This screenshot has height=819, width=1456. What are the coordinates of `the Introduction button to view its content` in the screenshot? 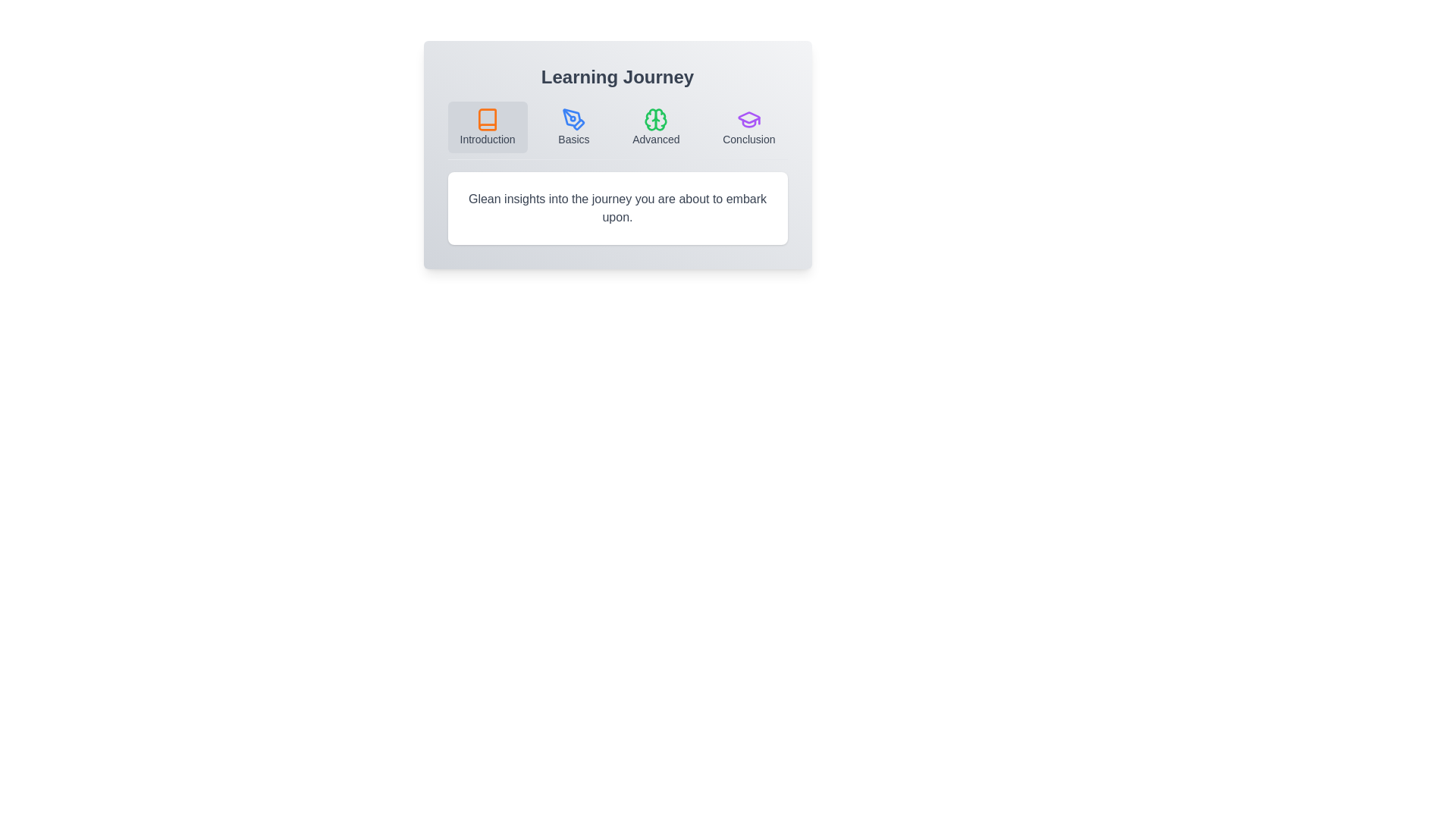 It's located at (488, 127).